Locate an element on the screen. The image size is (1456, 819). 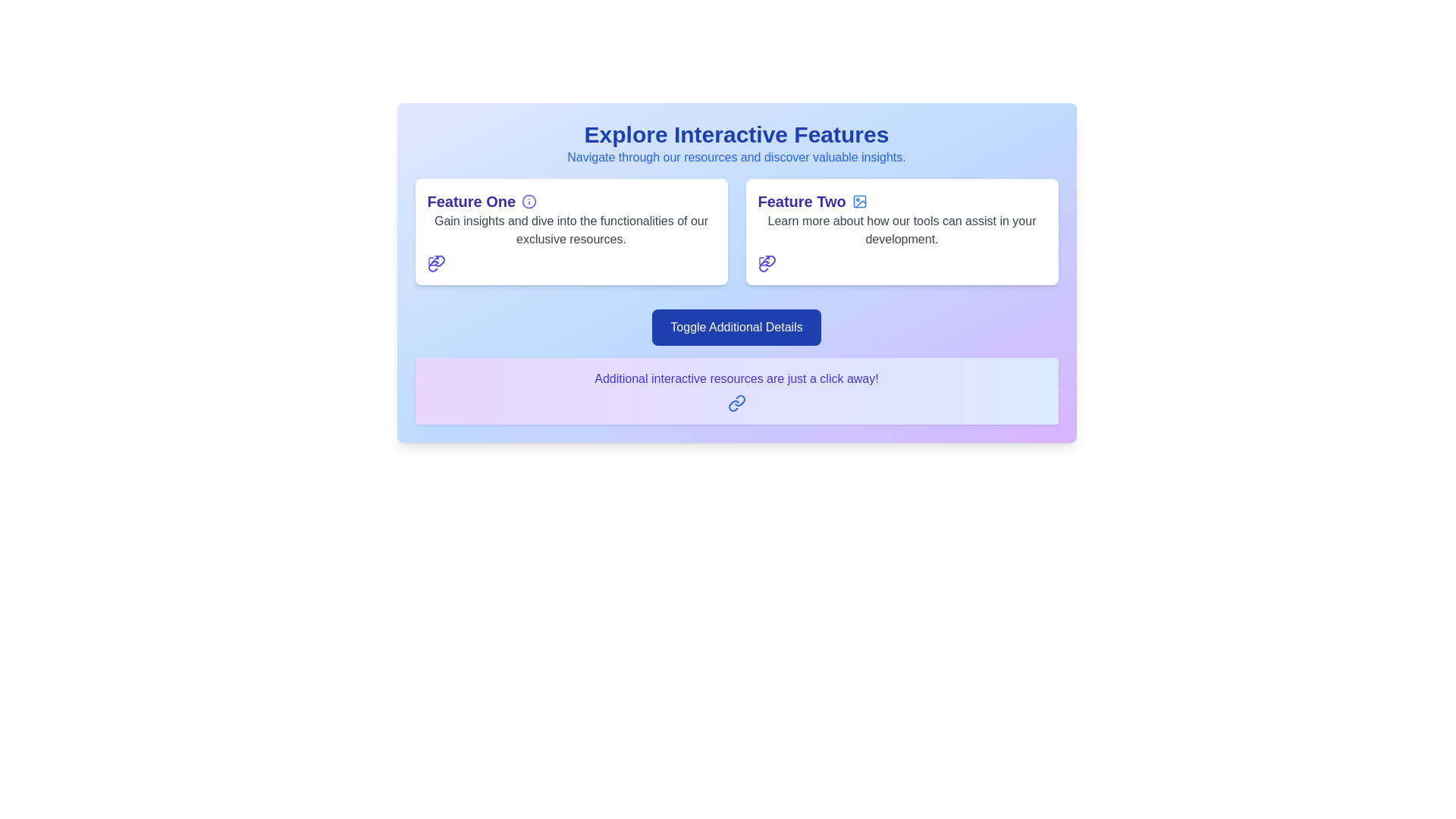
the slider position is located at coordinates (1038, 309).